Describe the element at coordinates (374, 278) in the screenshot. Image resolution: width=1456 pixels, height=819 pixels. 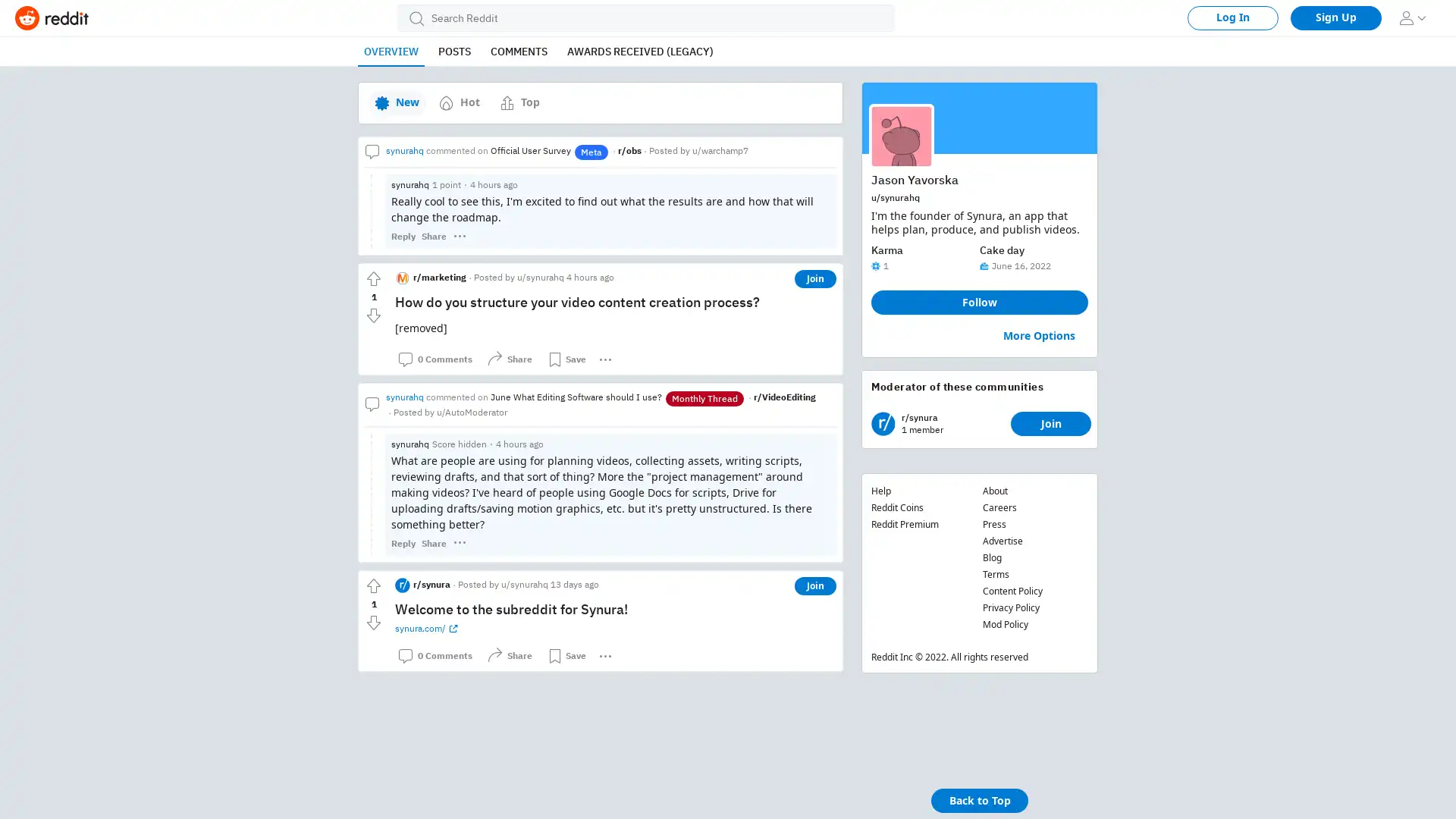
I see `upvote` at that location.